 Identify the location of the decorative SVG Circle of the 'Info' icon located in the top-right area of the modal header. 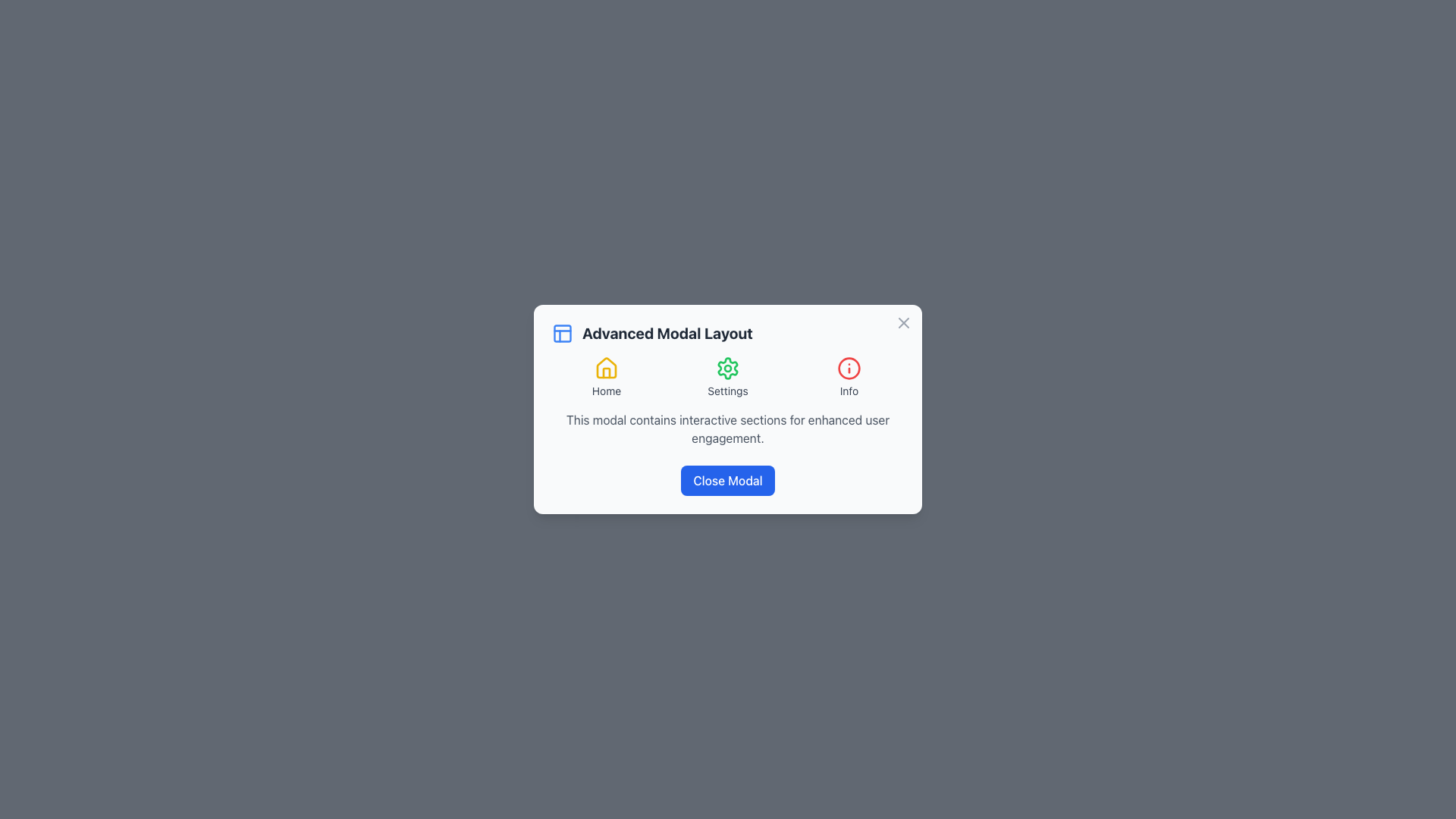
(848, 369).